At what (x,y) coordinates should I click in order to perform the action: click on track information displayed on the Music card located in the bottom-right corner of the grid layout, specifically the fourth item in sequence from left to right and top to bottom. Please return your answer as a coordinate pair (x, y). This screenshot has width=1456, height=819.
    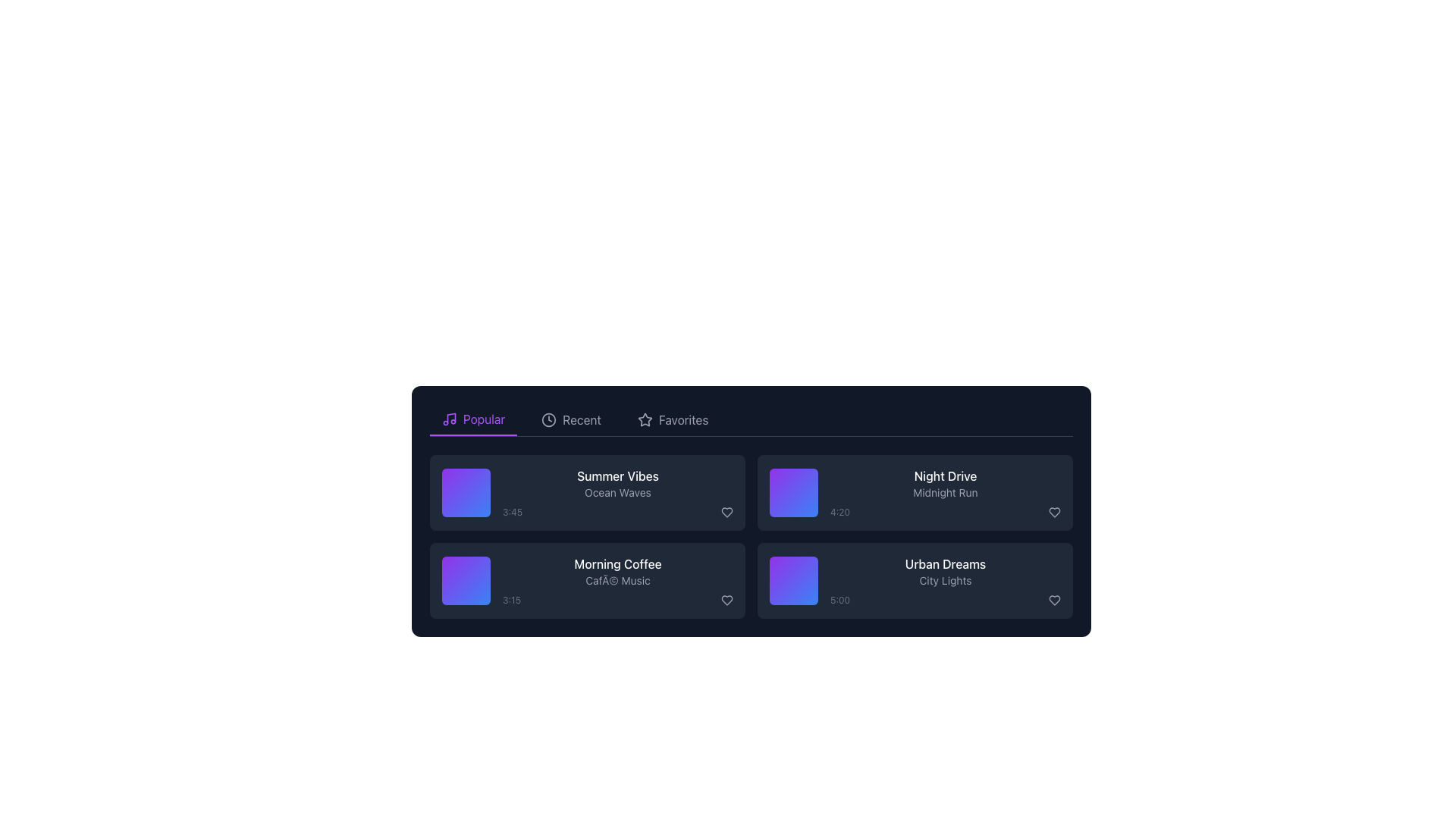
    Looking at the image, I should click on (914, 580).